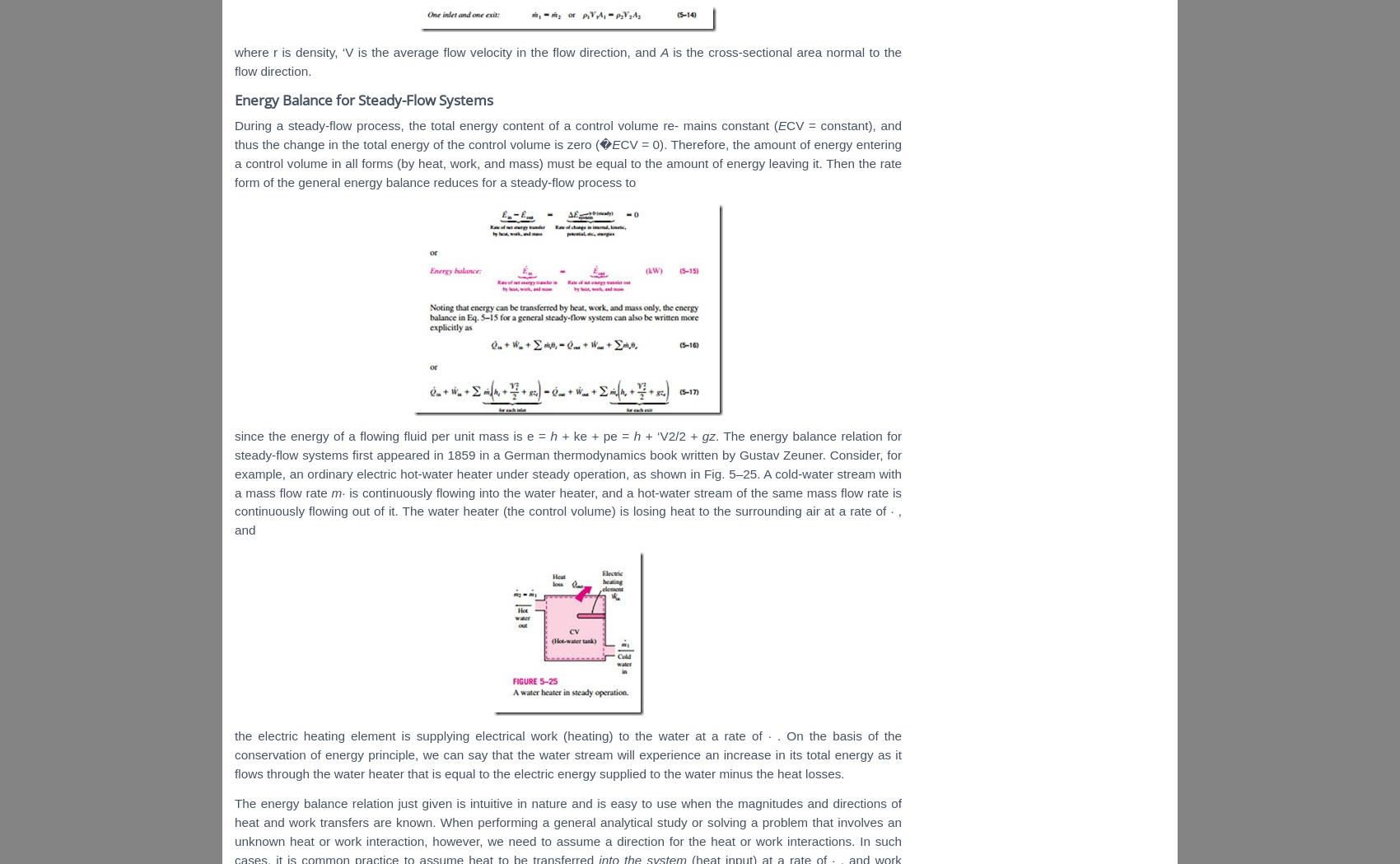 This screenshot has height=864, width=1400. Describe the element at coordinates (568, 502) in the screenshot. I see `'the same mass flow rate is continuously flowing out of it. The water heater (the control volume) is losing heat to the surrounding air at a rate of'` at that location.